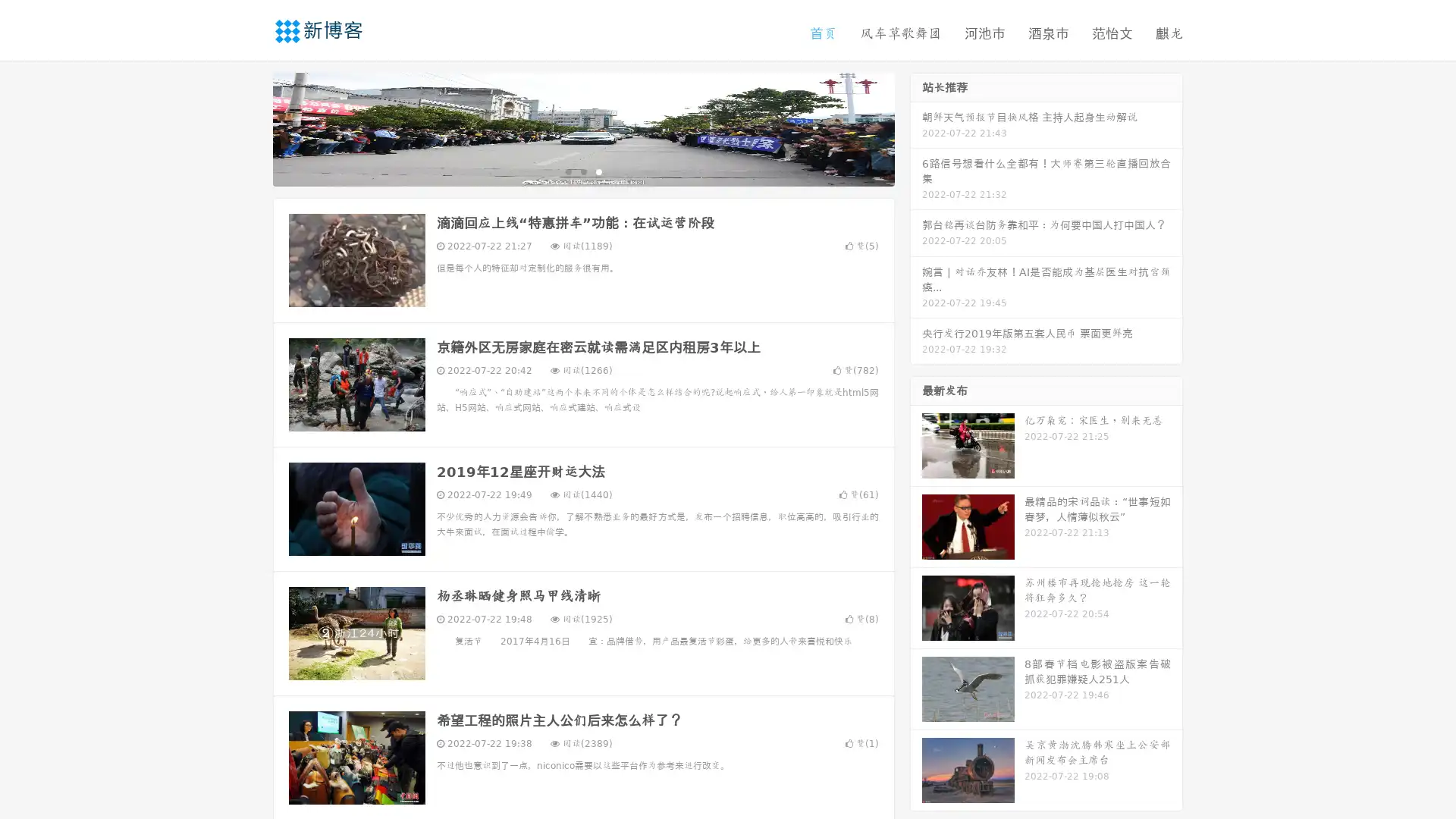 This screenshot has width=1456, height=819. Describe the element at coordinates (582, 171) in the screenshot. I see `Go to slide 2` at that location.